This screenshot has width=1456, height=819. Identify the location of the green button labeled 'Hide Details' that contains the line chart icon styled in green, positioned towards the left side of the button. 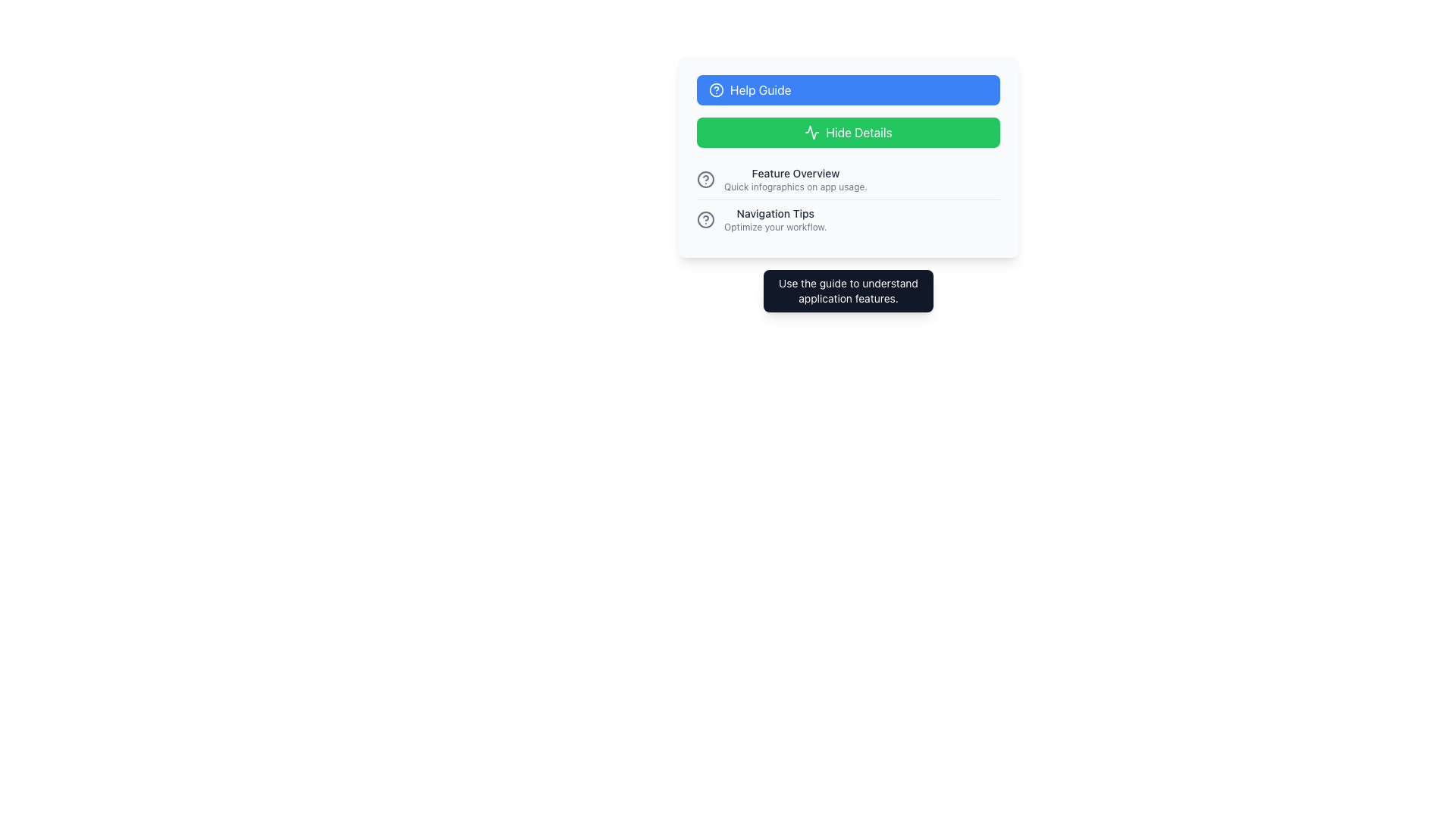
(811, 131).